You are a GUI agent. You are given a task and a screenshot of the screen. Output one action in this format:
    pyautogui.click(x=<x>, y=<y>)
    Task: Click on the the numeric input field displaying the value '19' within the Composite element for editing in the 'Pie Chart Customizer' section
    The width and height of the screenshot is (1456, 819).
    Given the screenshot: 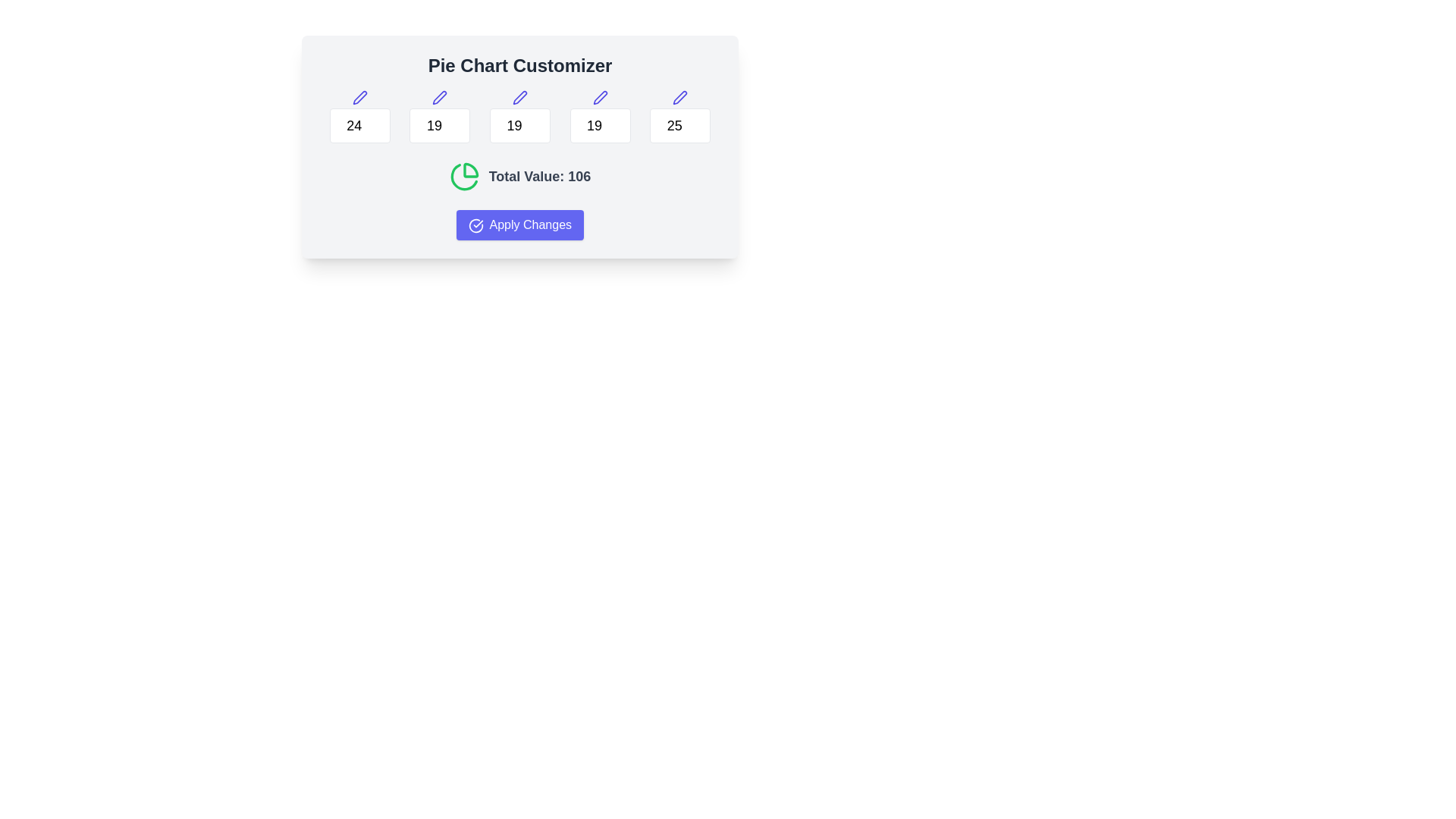 What is the action you would take?
    pyautogui.click(x=439, y=116)
    